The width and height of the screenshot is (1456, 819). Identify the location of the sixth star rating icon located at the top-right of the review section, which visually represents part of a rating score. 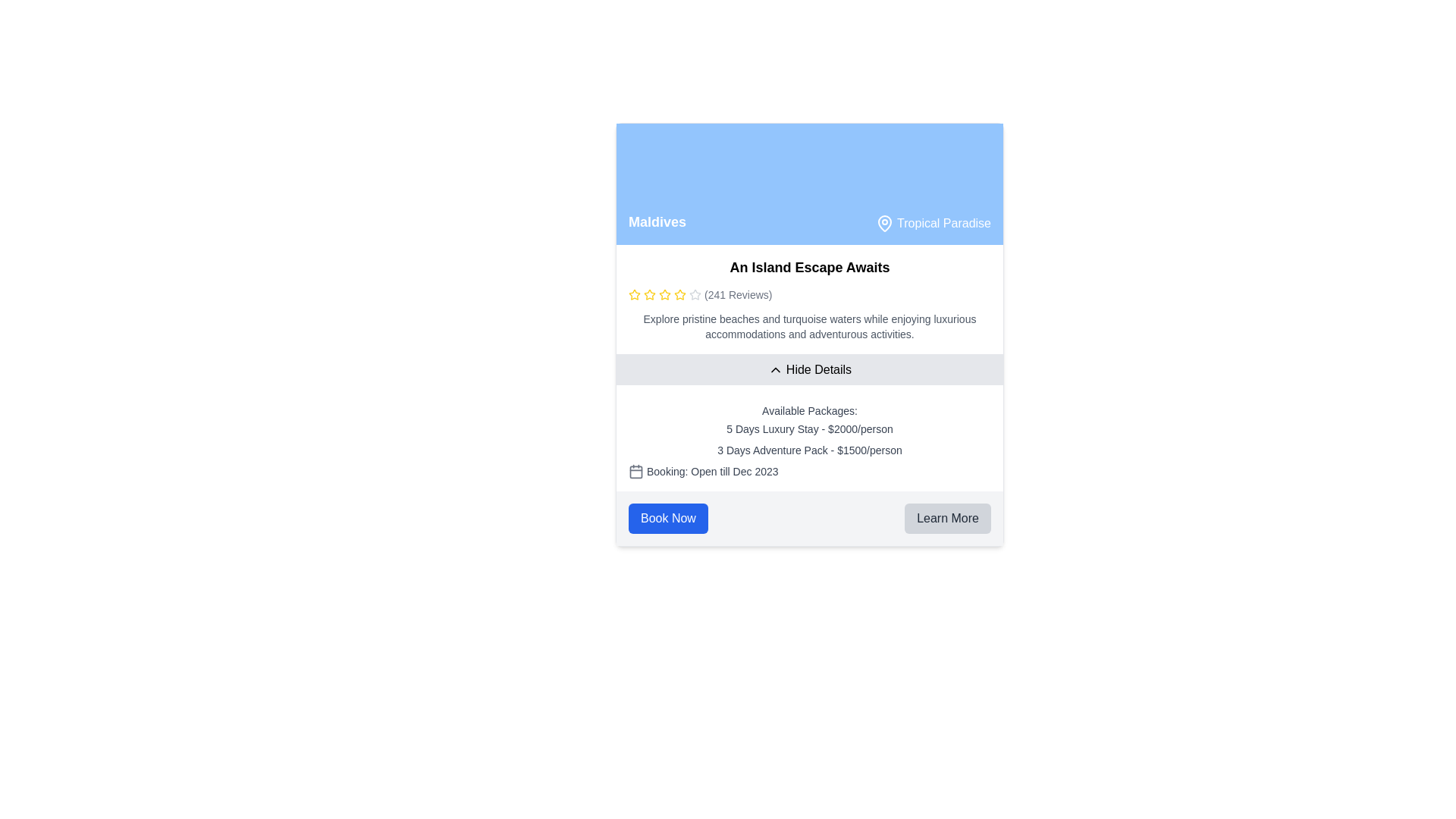
(679, 295).